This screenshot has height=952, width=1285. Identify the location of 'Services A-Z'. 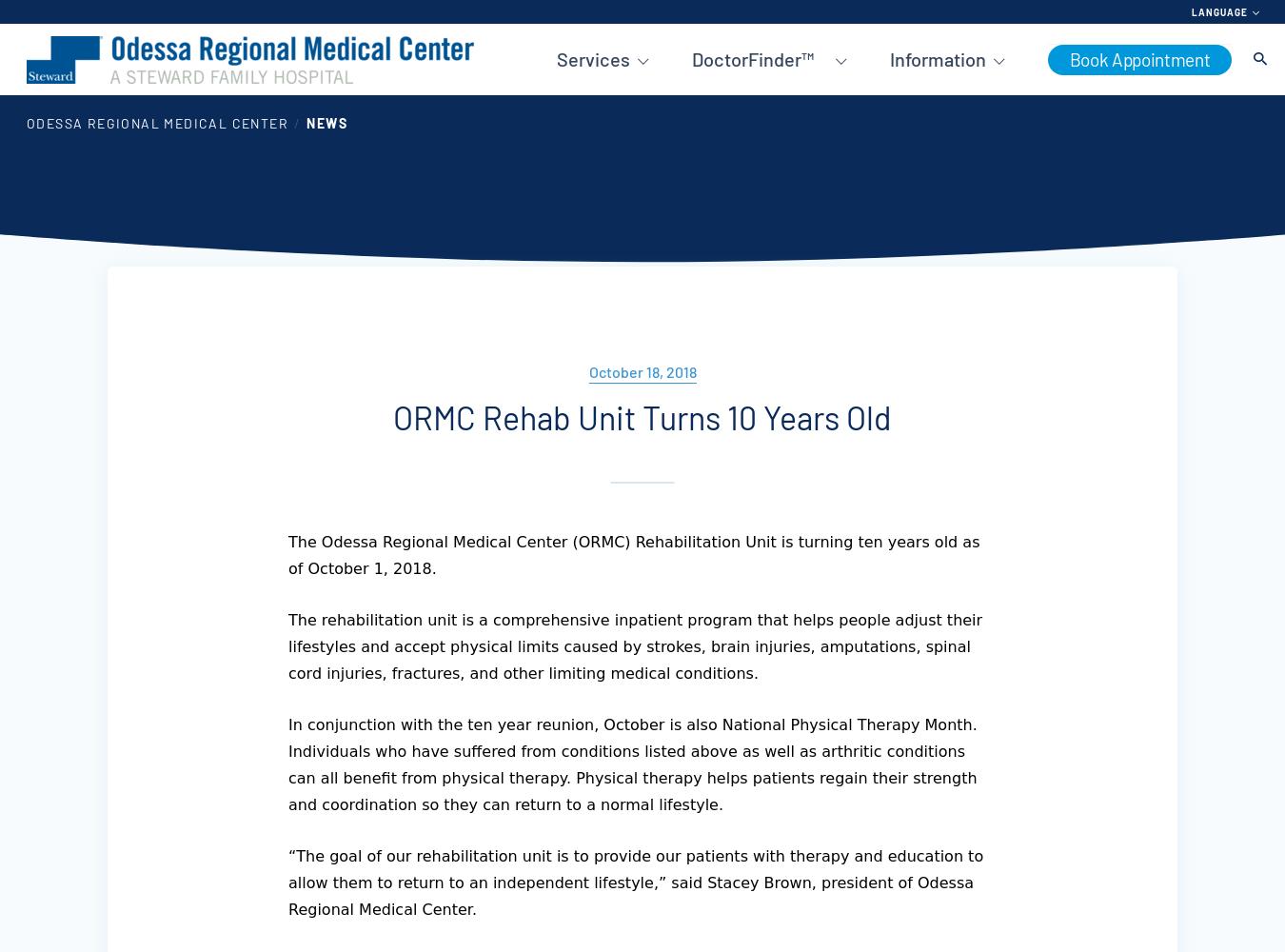
(409, 144).